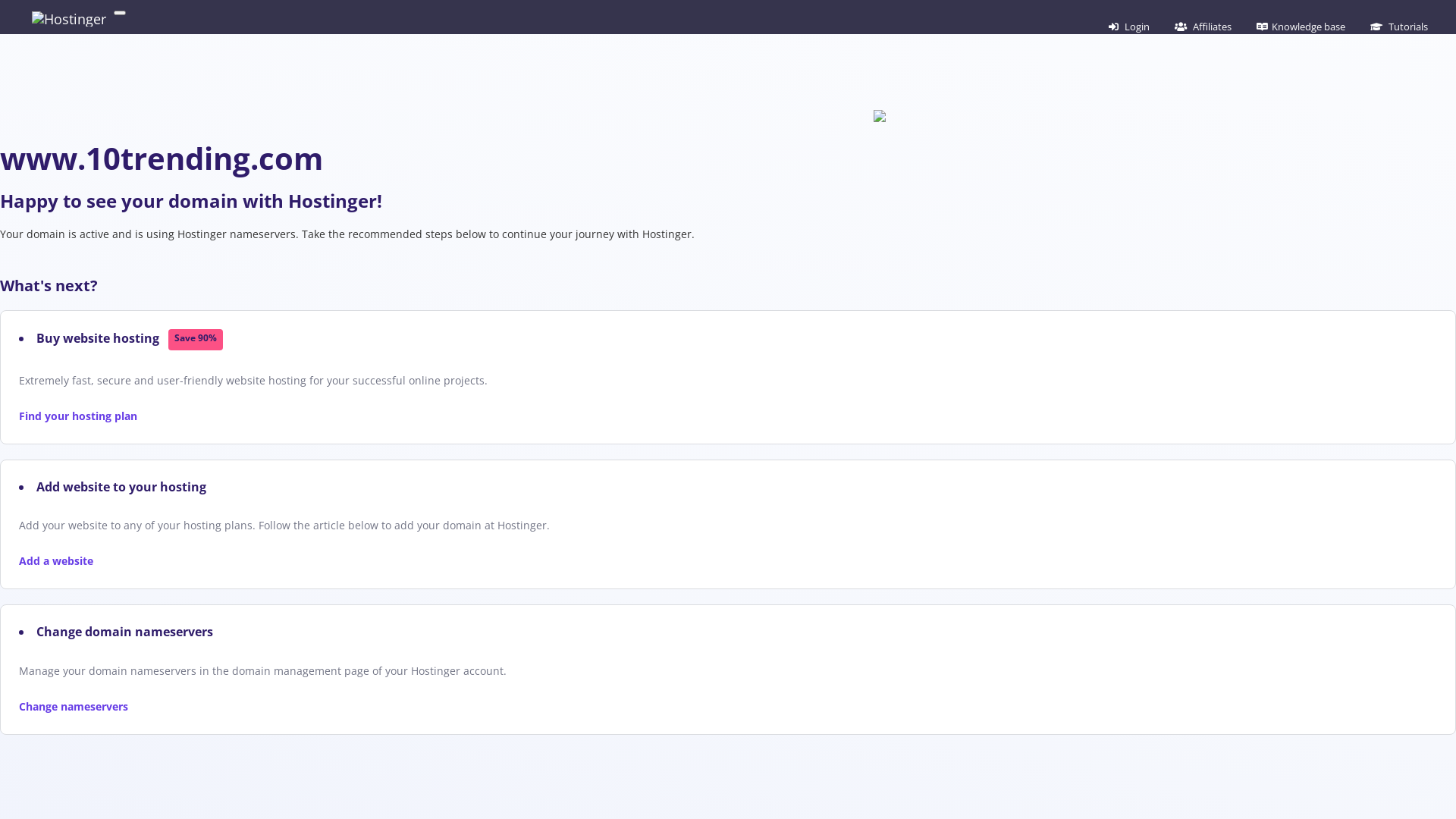 The image size is (1456, 819). I want to click on 'Affiliates', so click(1170, 26).